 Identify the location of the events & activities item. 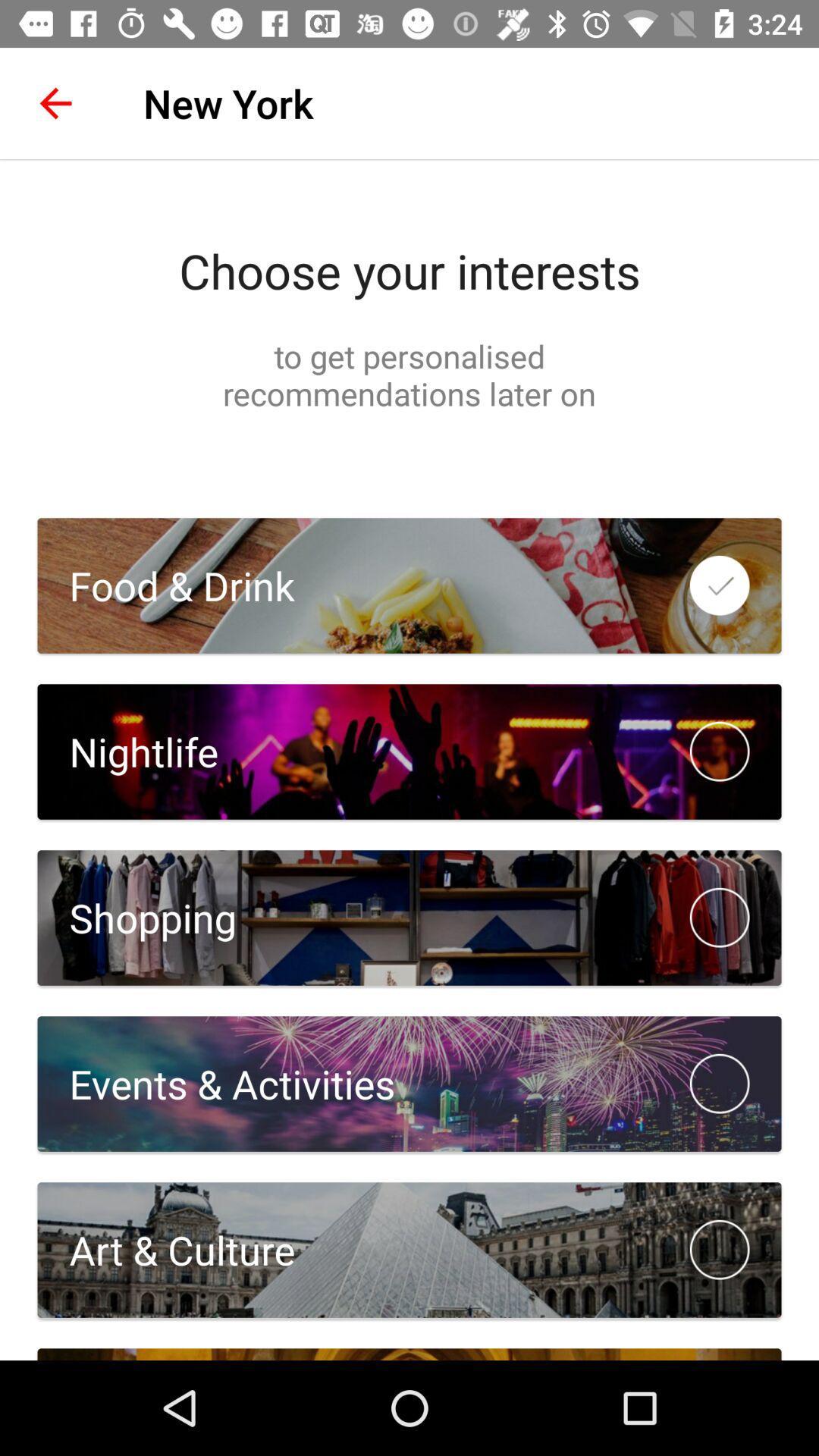
(216, 1083).